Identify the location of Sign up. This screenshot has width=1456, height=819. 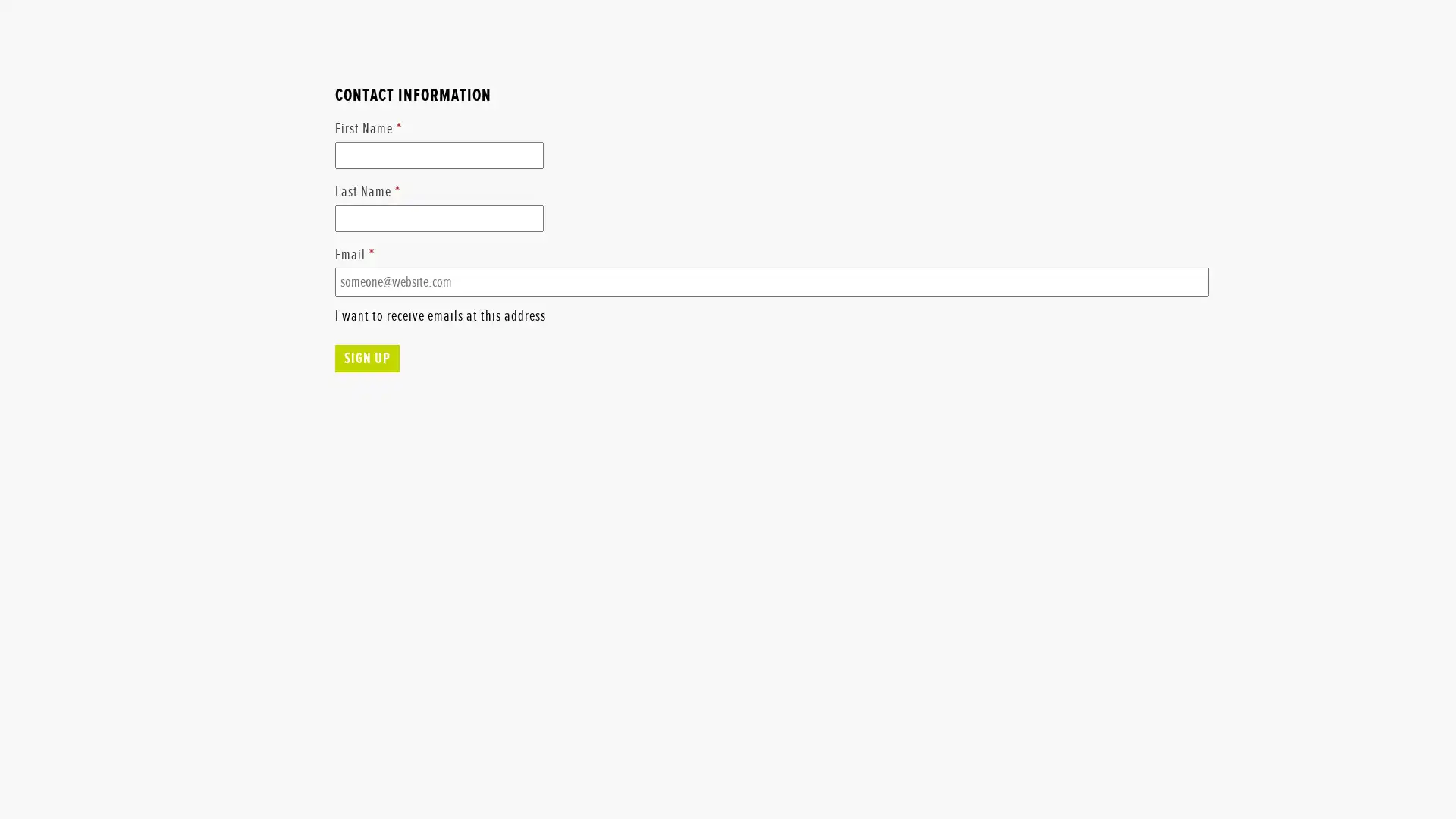
(366, 418).